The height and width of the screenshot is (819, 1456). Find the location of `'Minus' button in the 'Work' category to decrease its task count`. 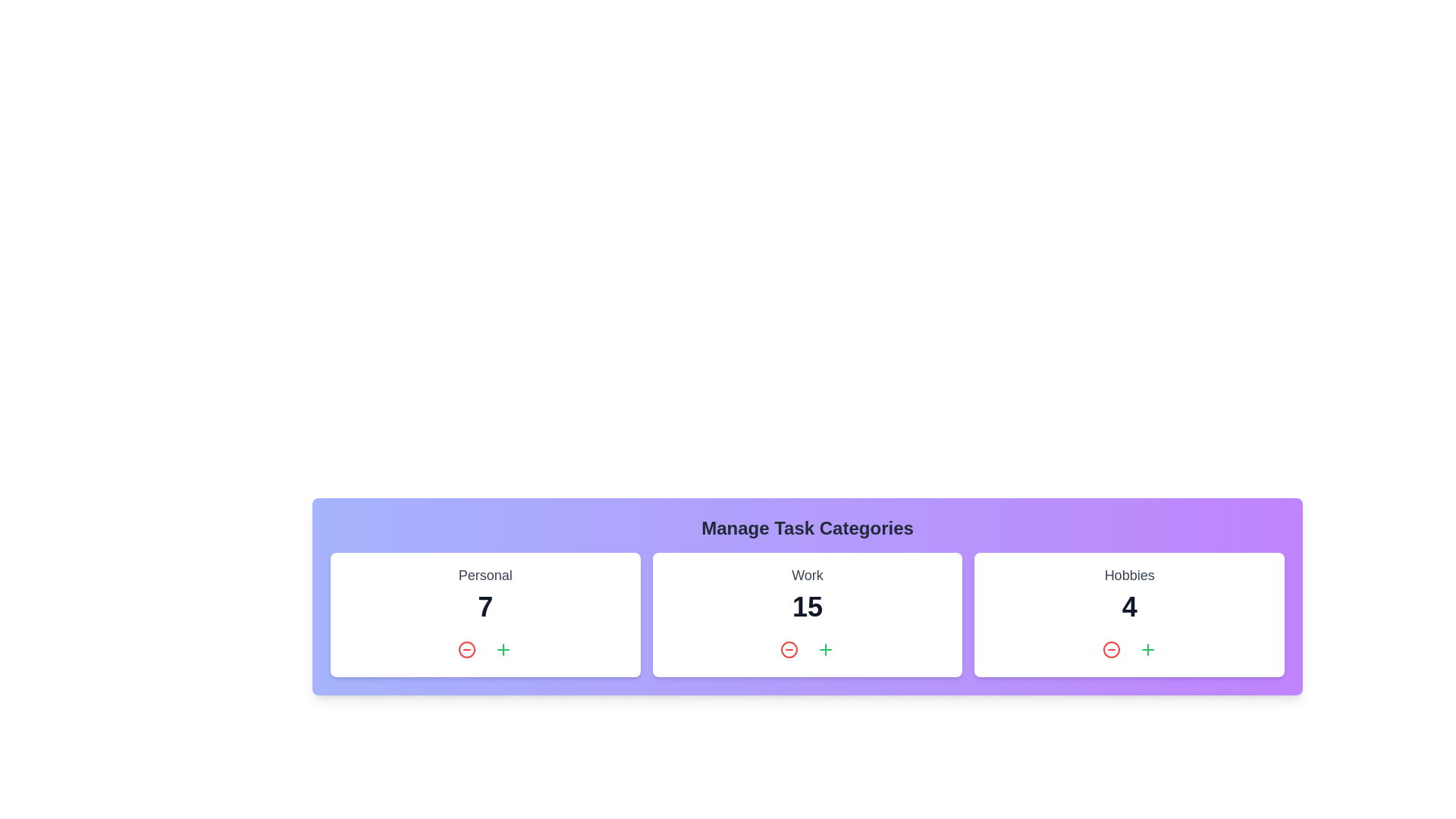

'Minus' button in the 'Work' category to decrease its task count is located at coordinates (789, 648).